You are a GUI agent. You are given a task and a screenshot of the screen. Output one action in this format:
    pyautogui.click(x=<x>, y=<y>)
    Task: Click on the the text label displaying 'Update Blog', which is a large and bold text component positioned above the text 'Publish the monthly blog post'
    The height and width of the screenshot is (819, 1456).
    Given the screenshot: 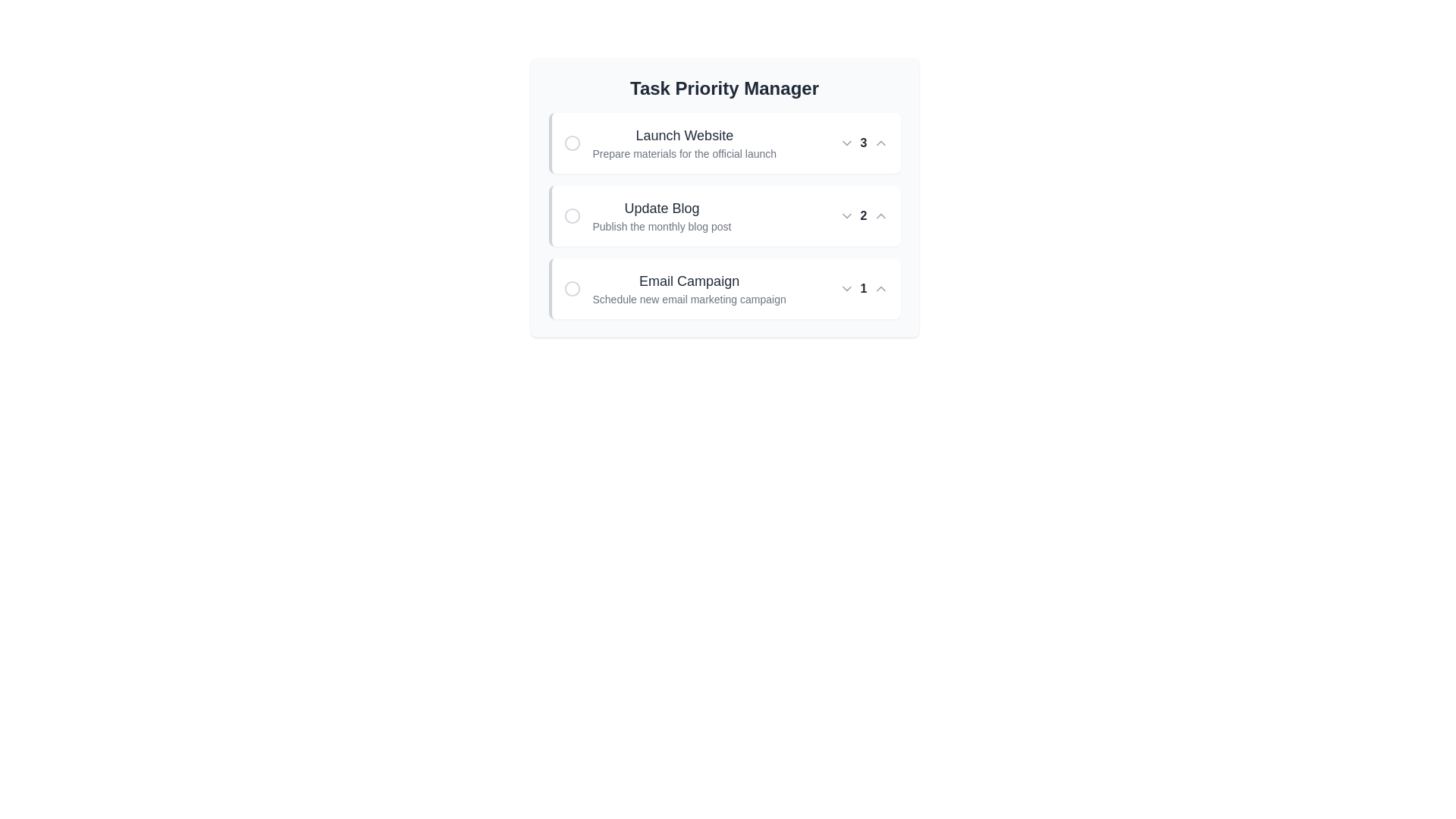 What is the action you would take?
    pyautogui.click(x=662, y=208)
    